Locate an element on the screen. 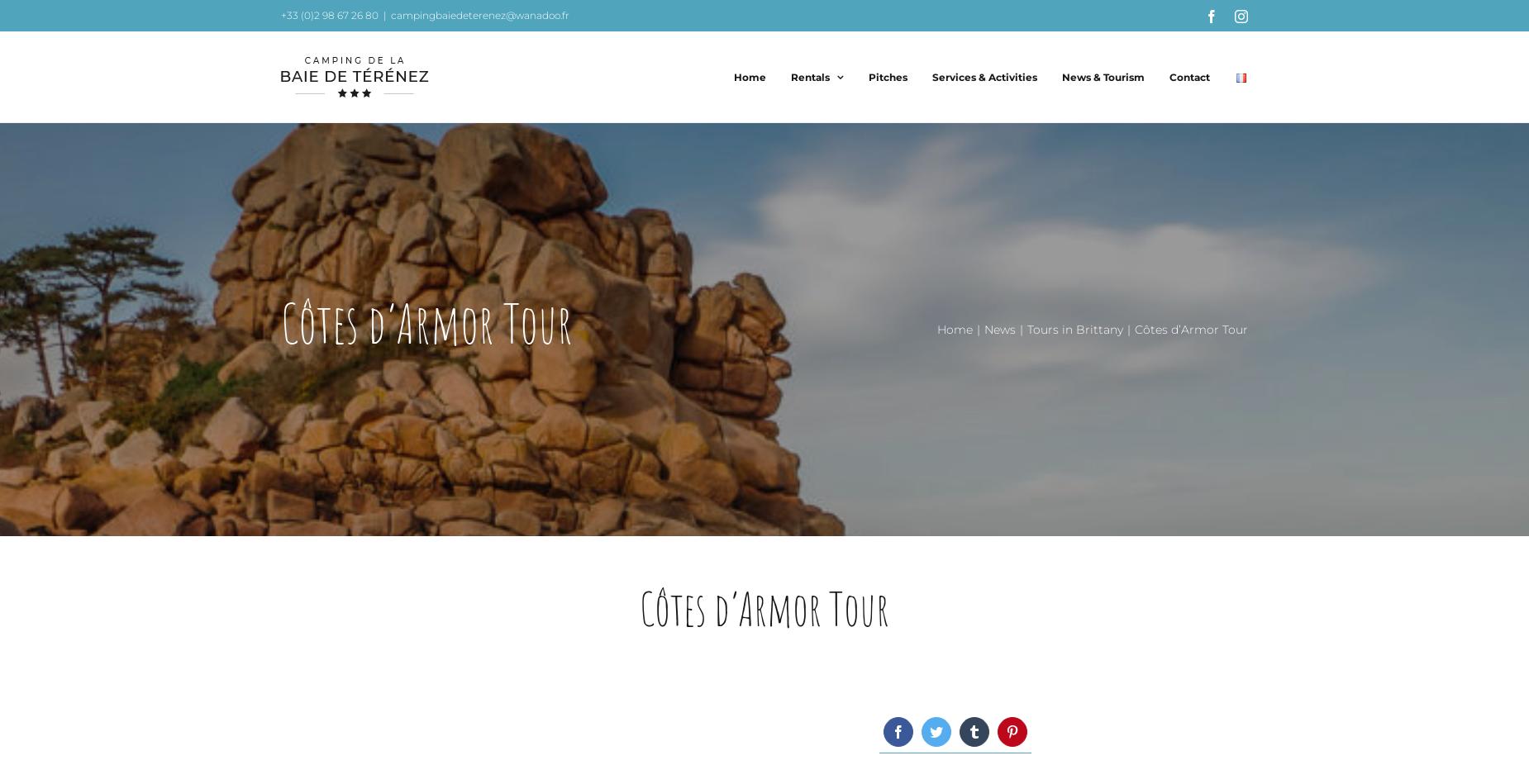 This screenshot has width=1529, height=784. 'Contact' is located at coordinates (1189, 77).